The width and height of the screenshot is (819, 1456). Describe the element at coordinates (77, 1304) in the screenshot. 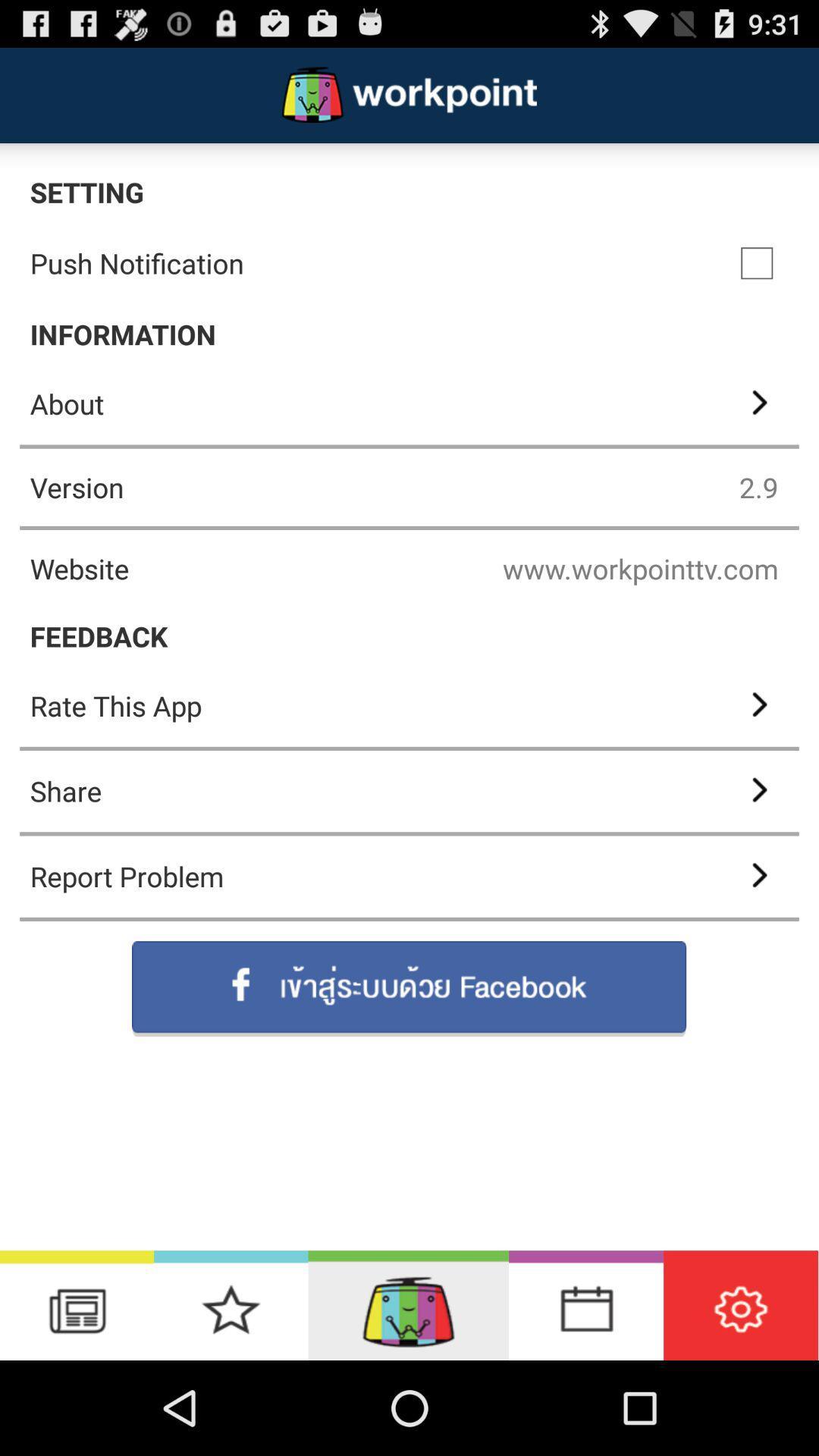

I see `open news feed` at that location.